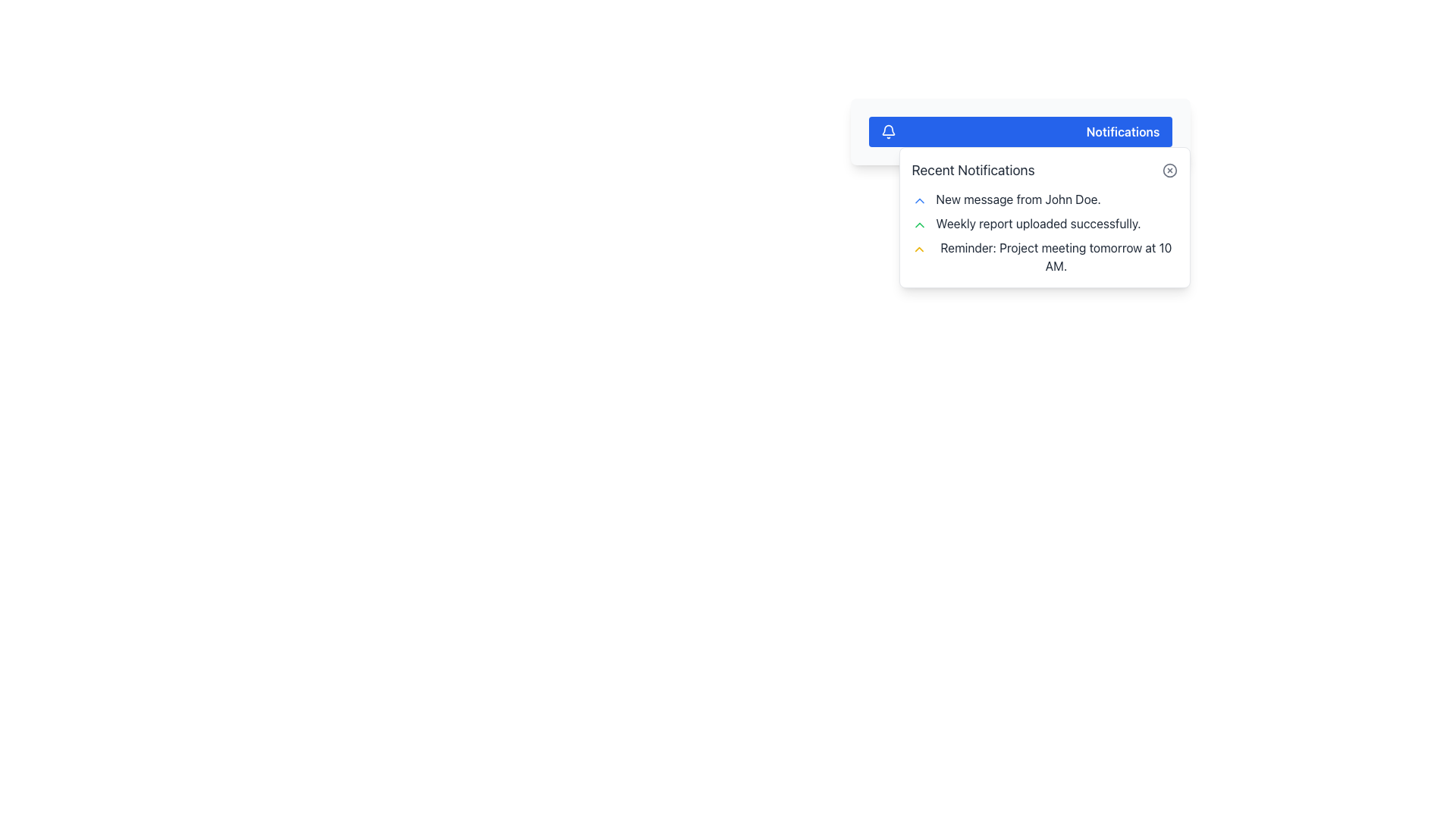 This screenshot has height=819, width=1456. What do you see at coordinates (1055, 256) in the screenshot?
I see `message from the third notification text label in the dropdown menu, which informs about a meeting scheduled for the next day at 10 AM` at bounding box center [1055, 256].